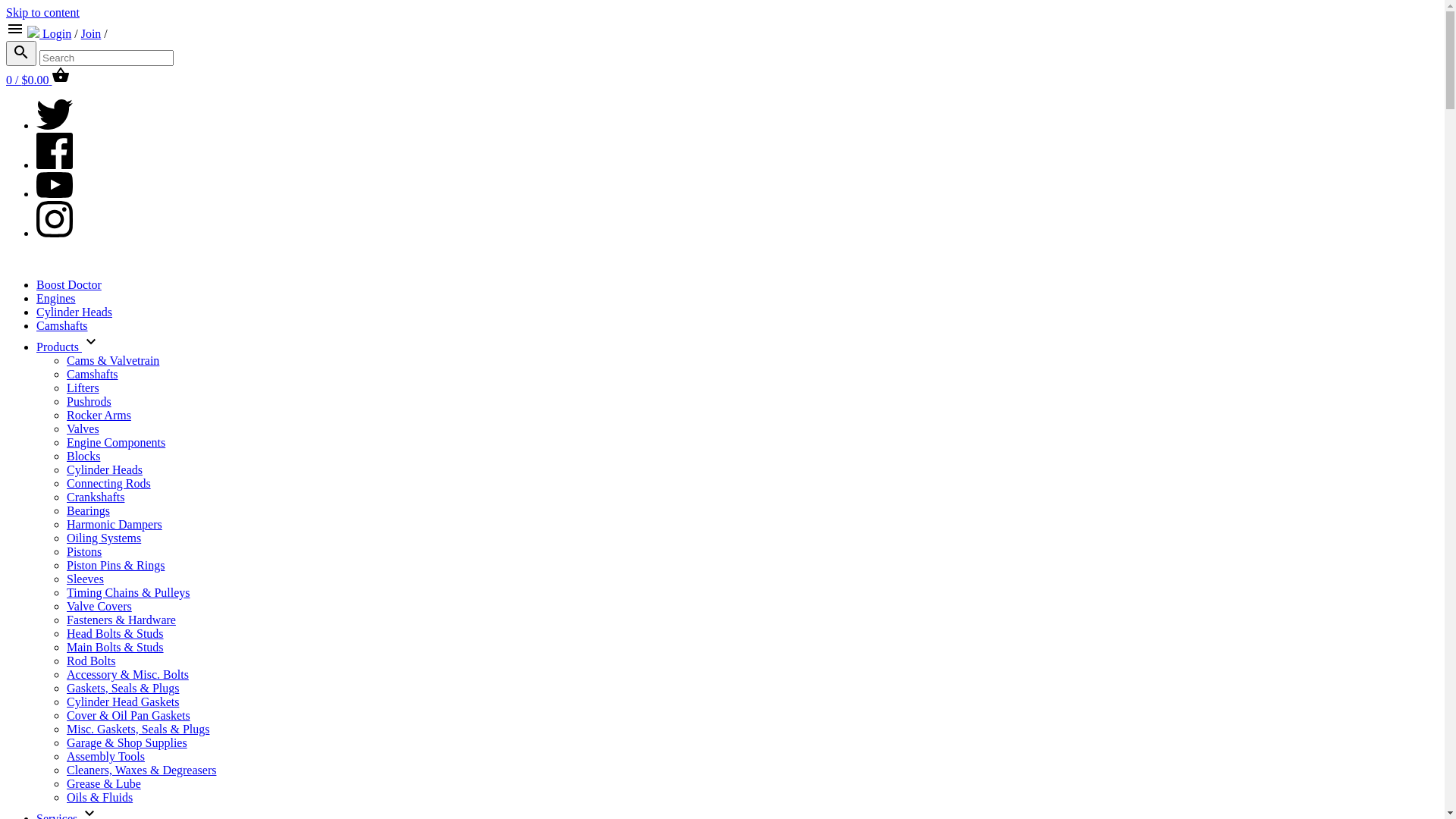  I want to click on 'Join', so click(90, 33).